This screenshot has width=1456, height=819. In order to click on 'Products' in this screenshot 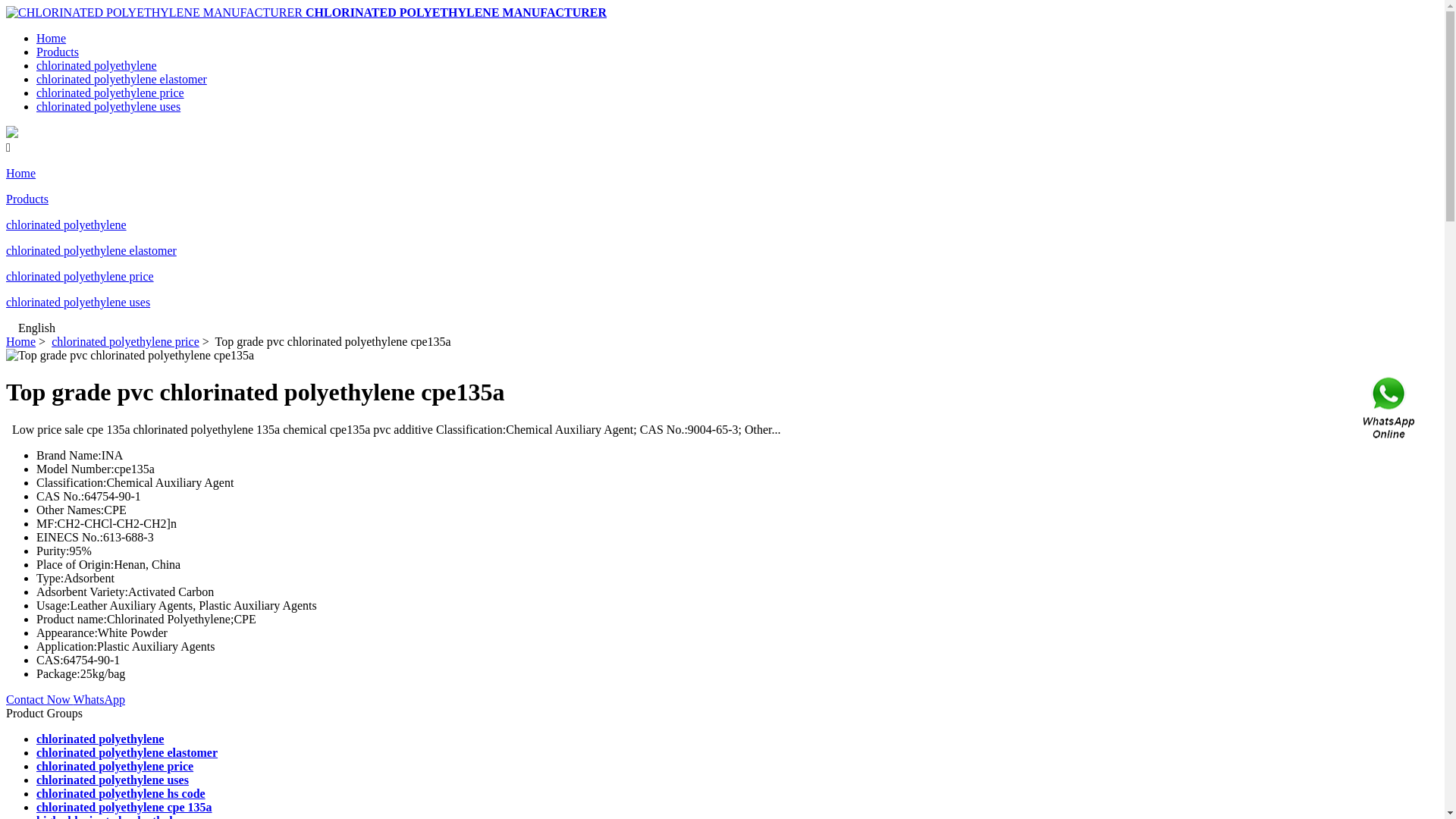, I will do `click(36, 51)`.